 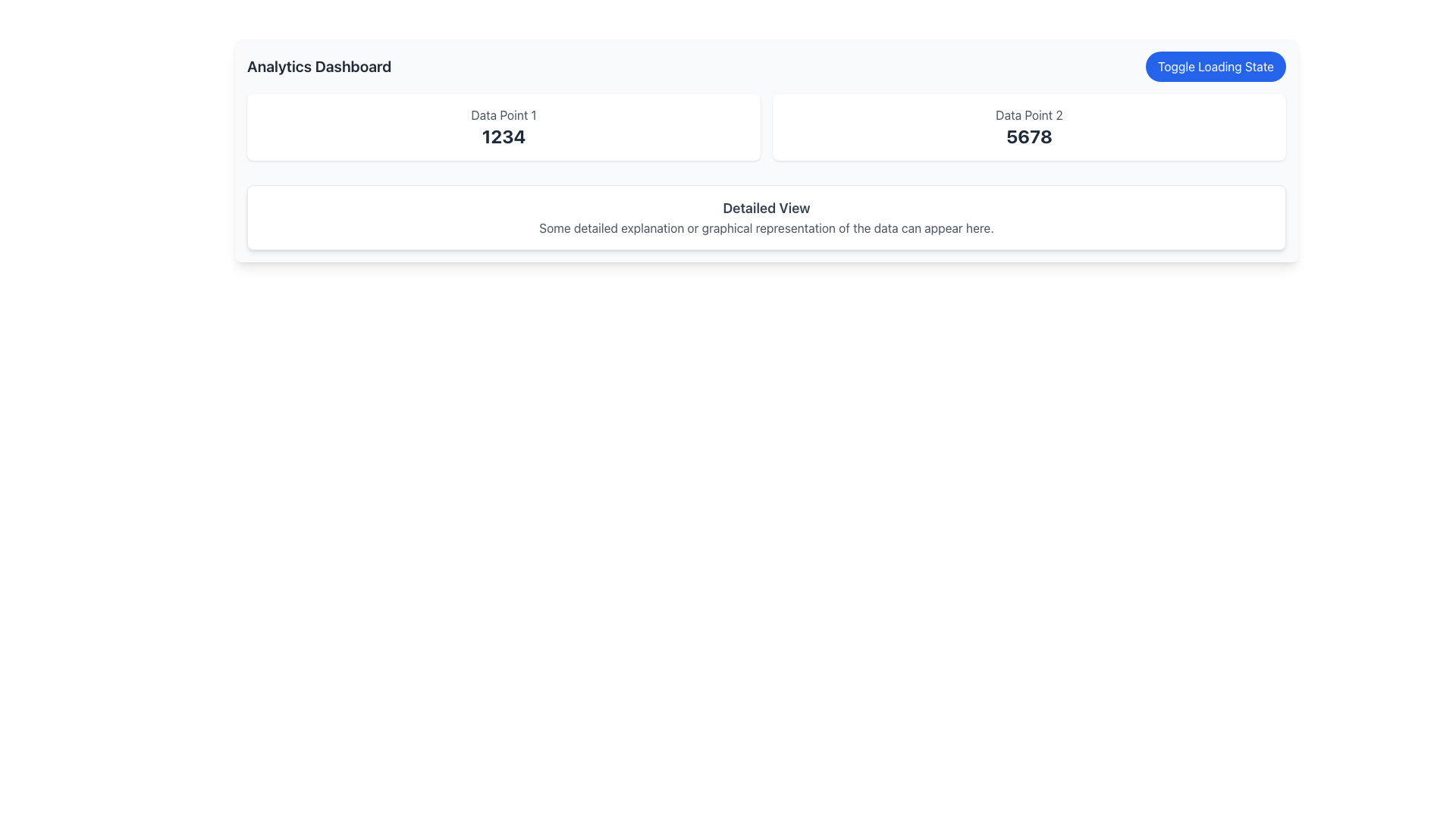 I want to click on value displayed in the large, bold text that reads '5678', located in the top-right quadrant below the text 'Data Point 2', so click(x=1029, y=136).